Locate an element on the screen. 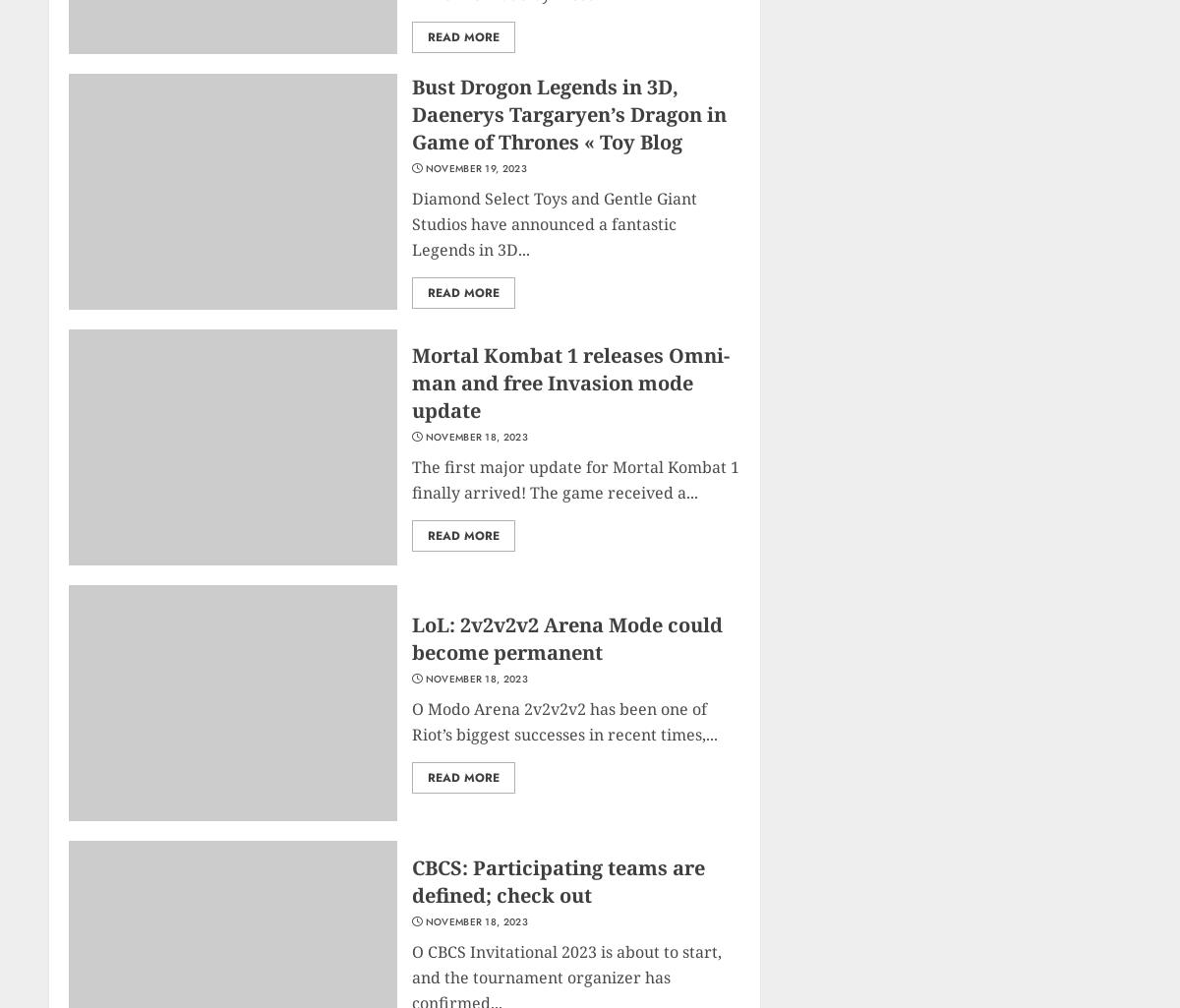  'CBCS: Participating teams are defined;  check out' is located at coordinates (557, 880).